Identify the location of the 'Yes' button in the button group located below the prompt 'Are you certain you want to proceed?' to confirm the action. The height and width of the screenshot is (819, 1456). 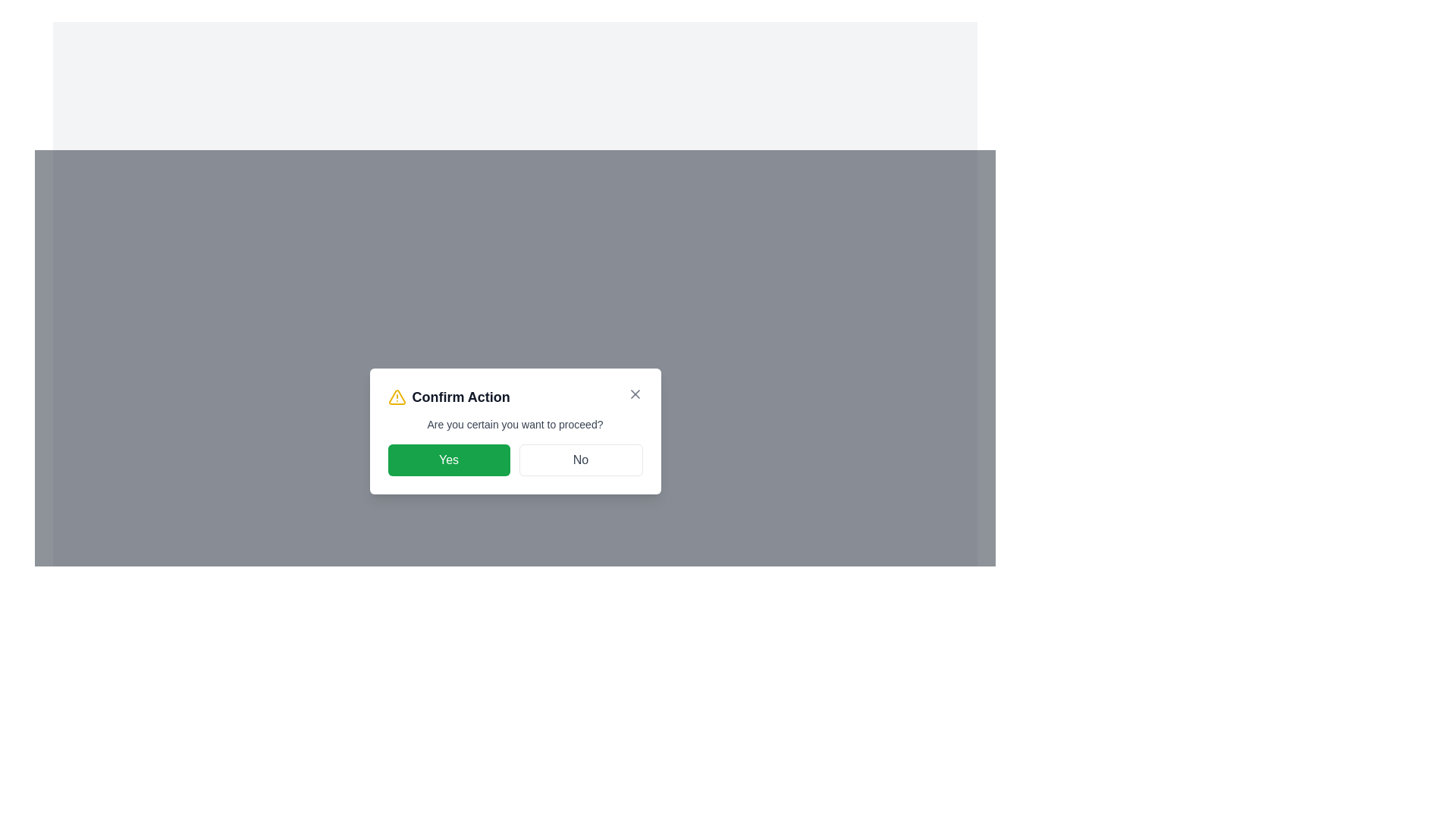
(515, 459).